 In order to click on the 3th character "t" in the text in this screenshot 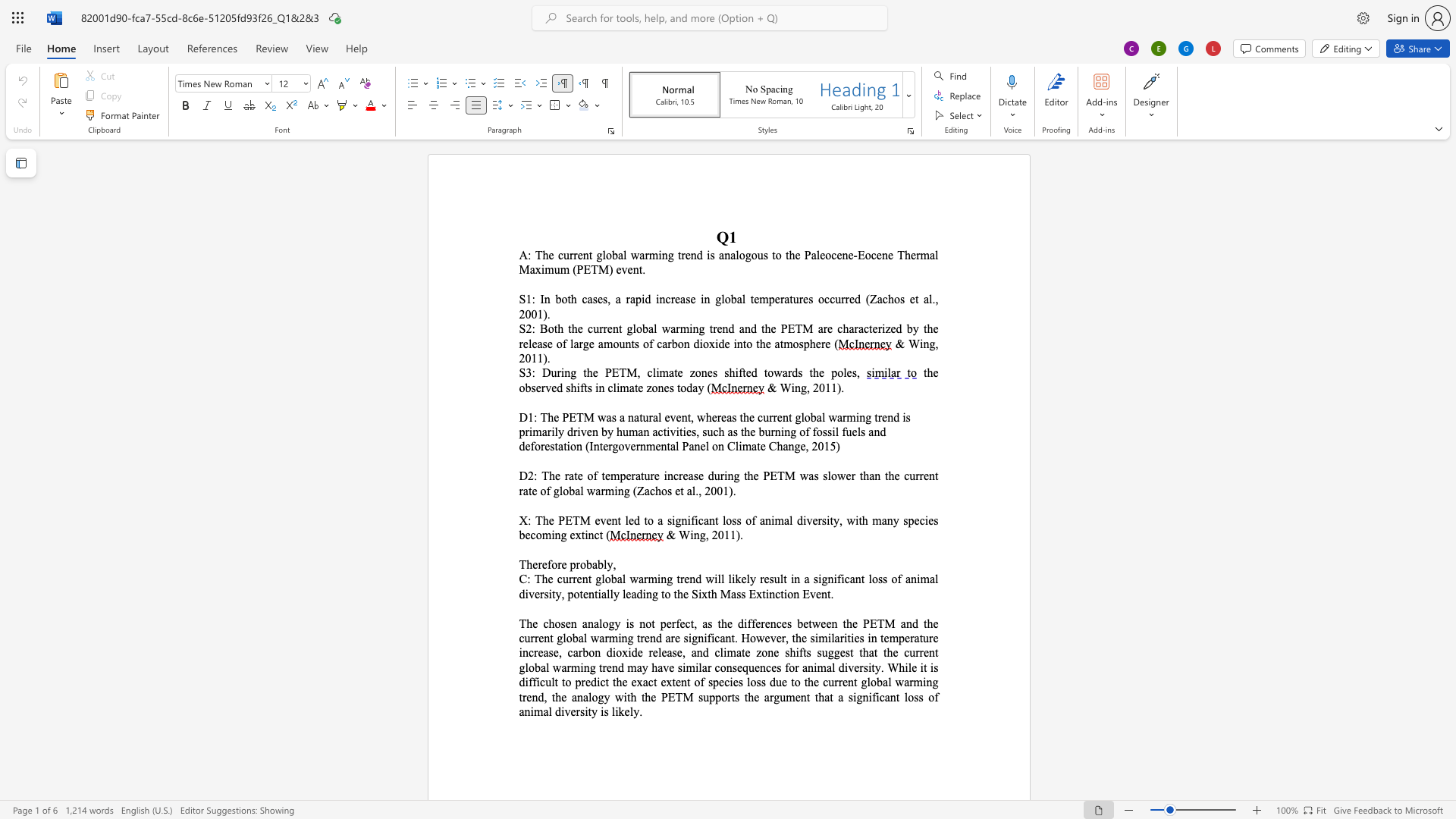, I will do `click(790, 299)`.